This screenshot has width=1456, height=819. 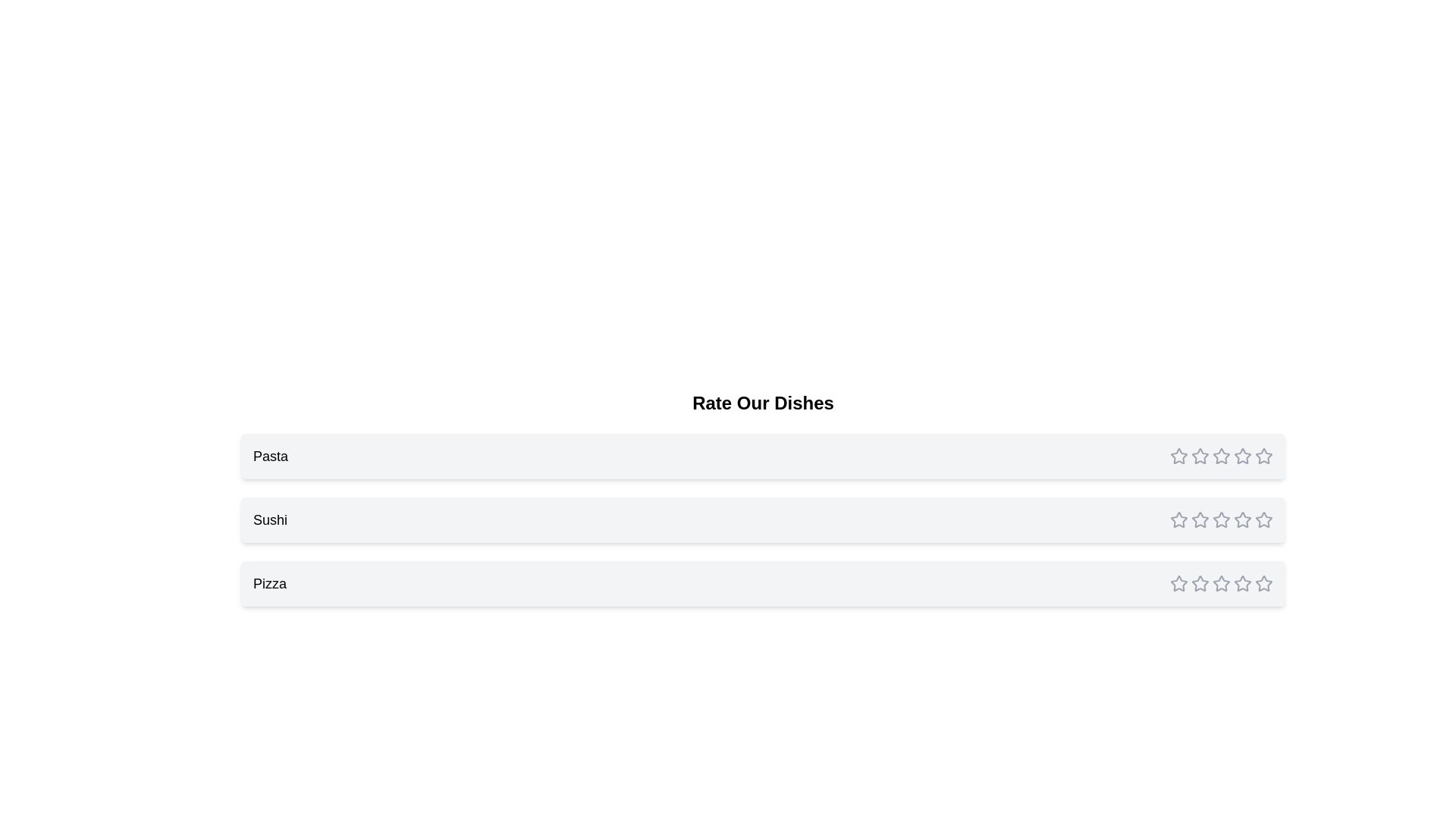 I want to click on the second star icon in the rating row for the 'Pasta' section, so click(x=1222, y=455).